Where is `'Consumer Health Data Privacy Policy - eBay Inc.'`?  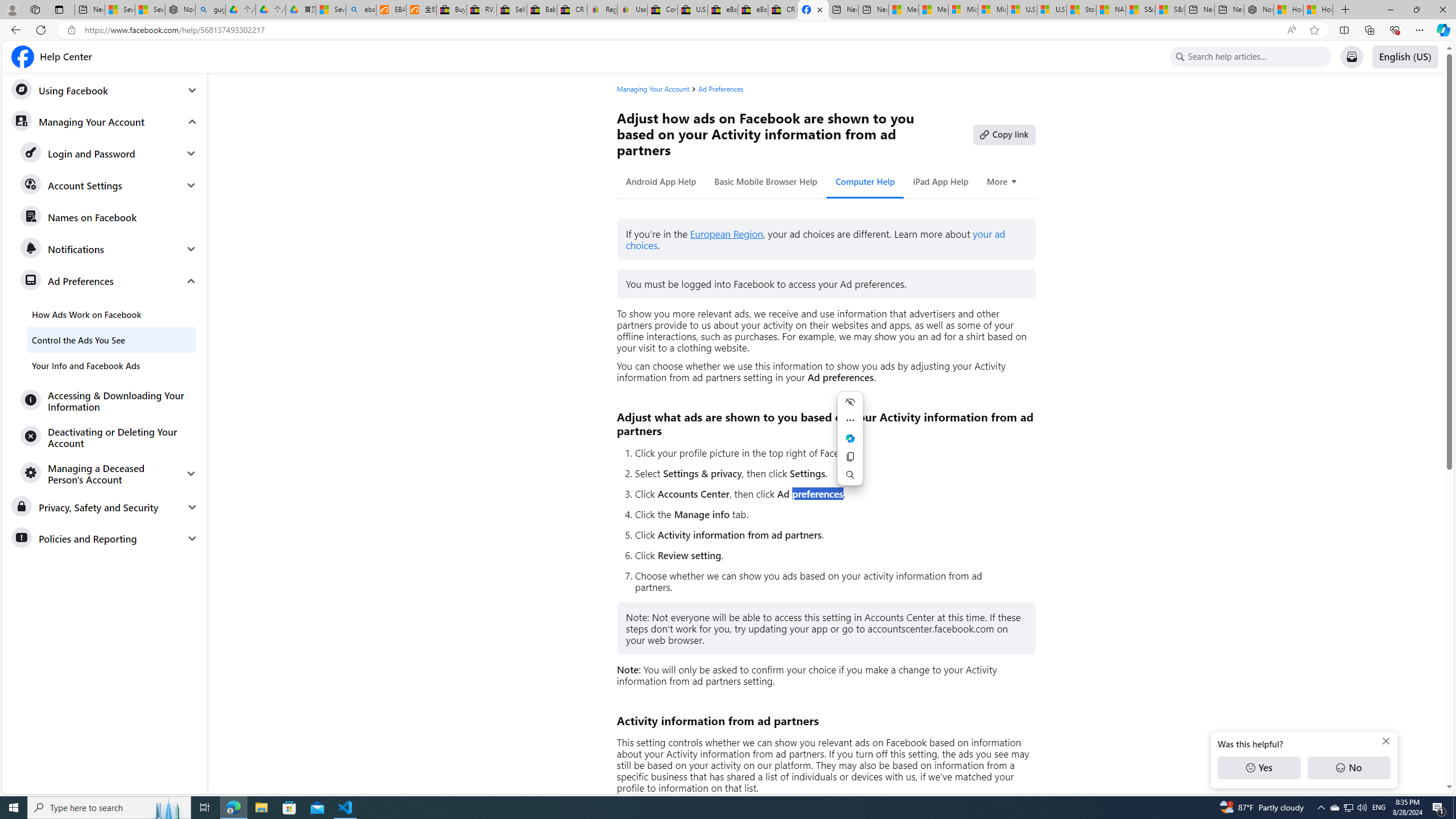
'Consumer Health Data Privacy Policy - eBay Inc.' is located at coordinates (661, 9).